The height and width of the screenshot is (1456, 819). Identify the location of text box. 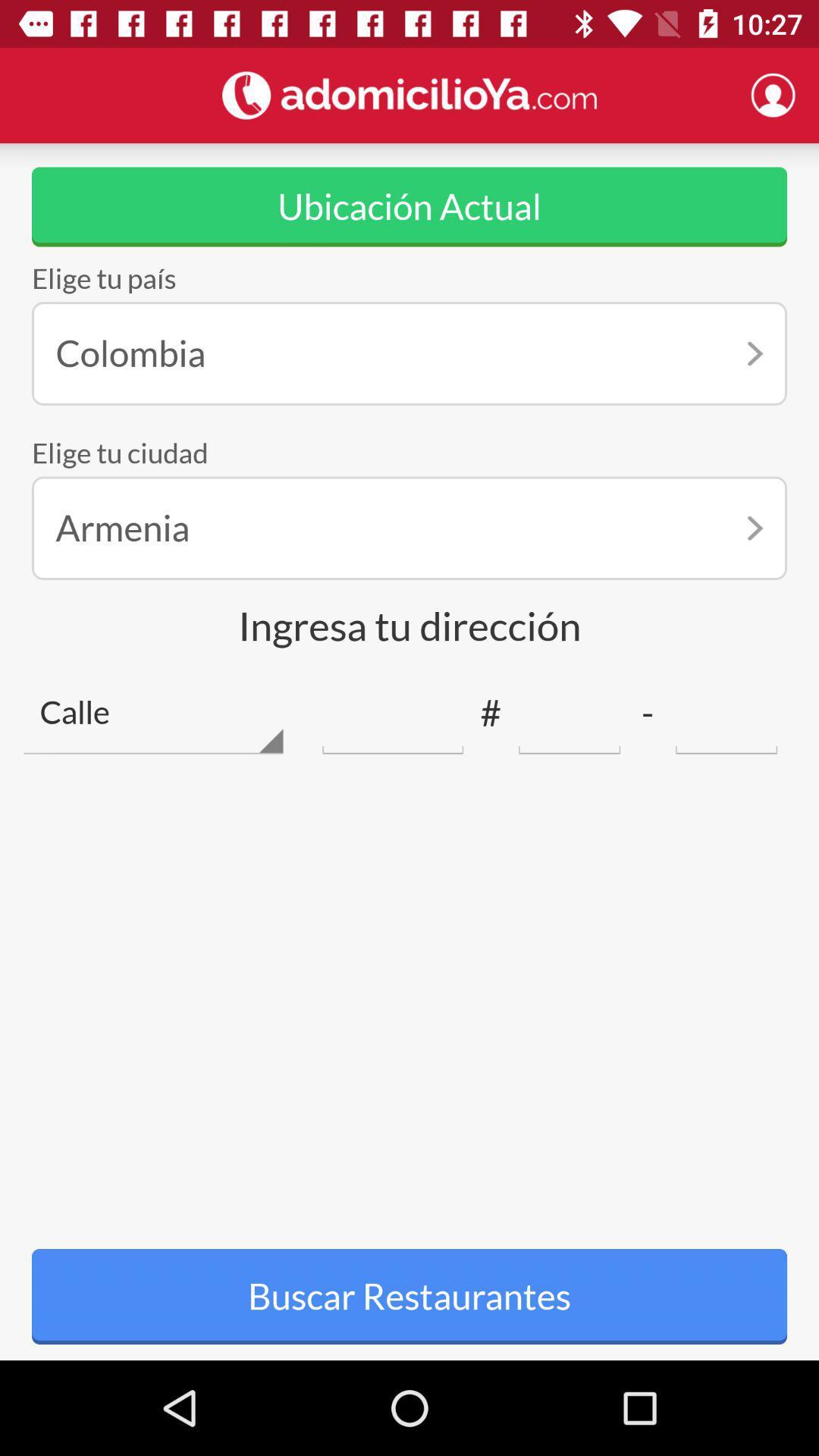
(726, 712).